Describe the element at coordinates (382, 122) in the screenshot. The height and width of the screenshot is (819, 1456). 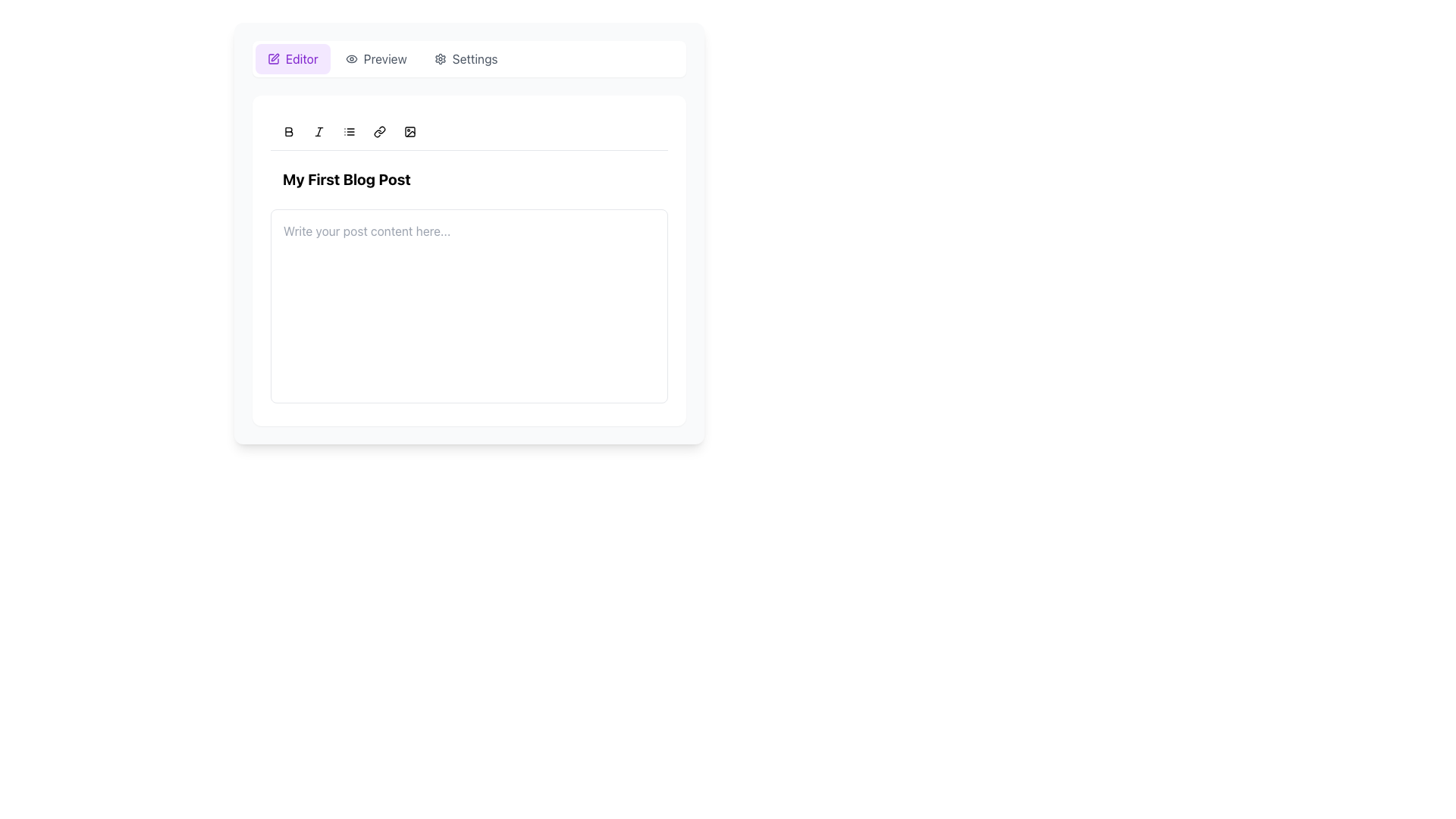
I see `the tooltip that provides descriptive information for the link icon in the content editor's toolbar` at that location.